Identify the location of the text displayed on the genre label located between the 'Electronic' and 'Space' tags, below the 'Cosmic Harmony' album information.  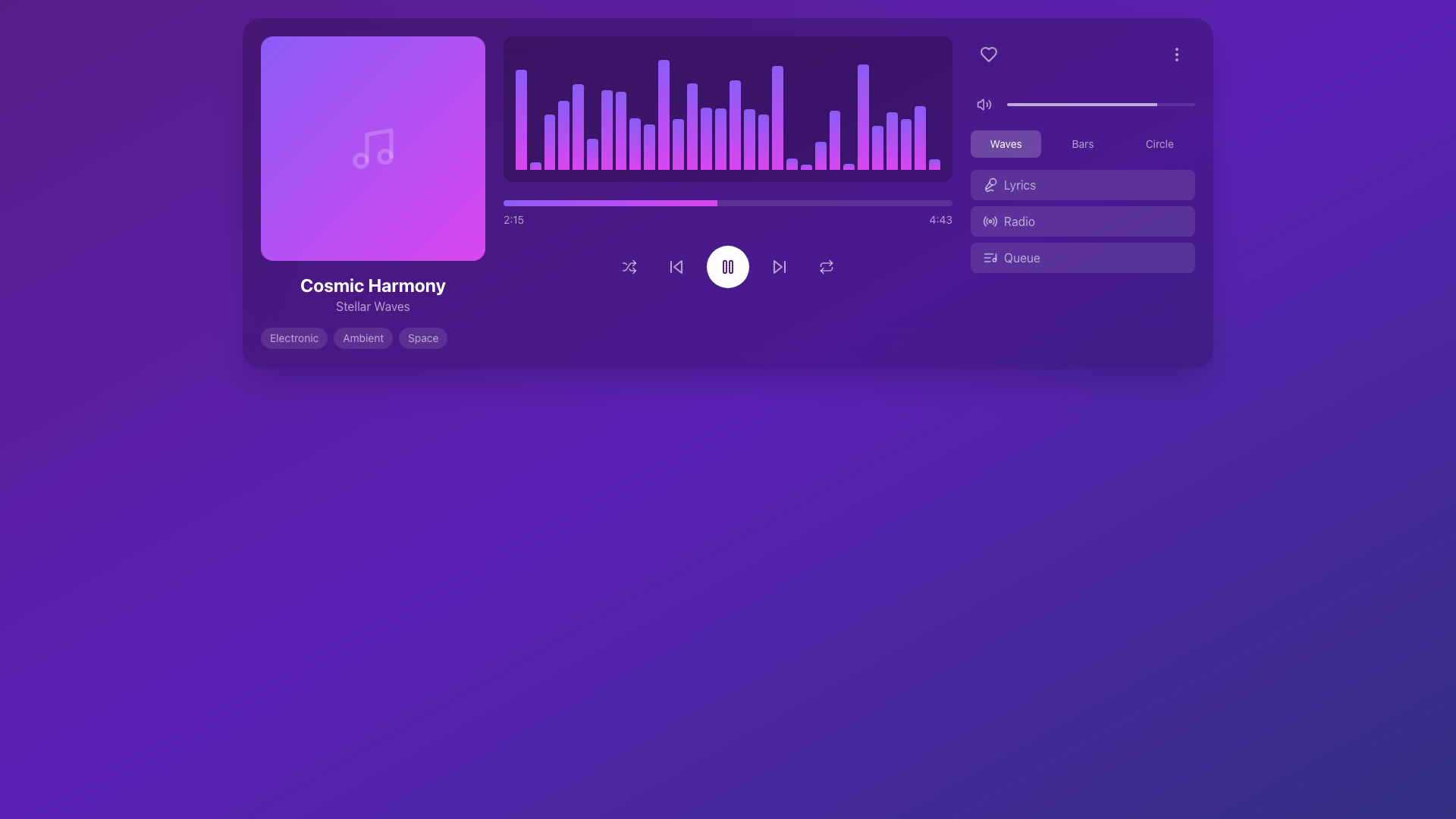
(362, 337).